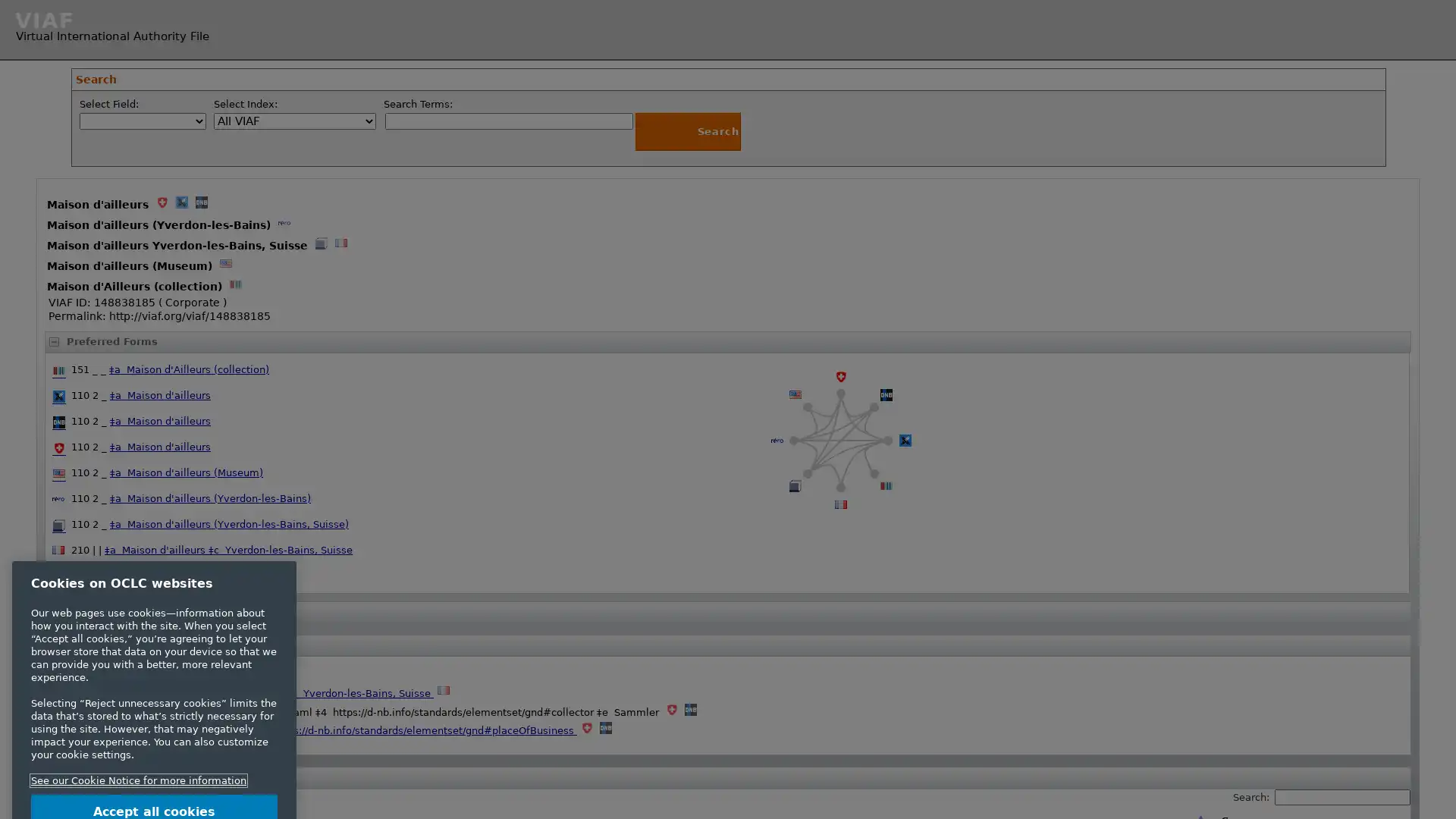 The image size is (1456, 819). What do you see at coordinates (154, 719) in the screenshot?
I see `Reject unnecessary cookies` at bounding box center [154, 719].